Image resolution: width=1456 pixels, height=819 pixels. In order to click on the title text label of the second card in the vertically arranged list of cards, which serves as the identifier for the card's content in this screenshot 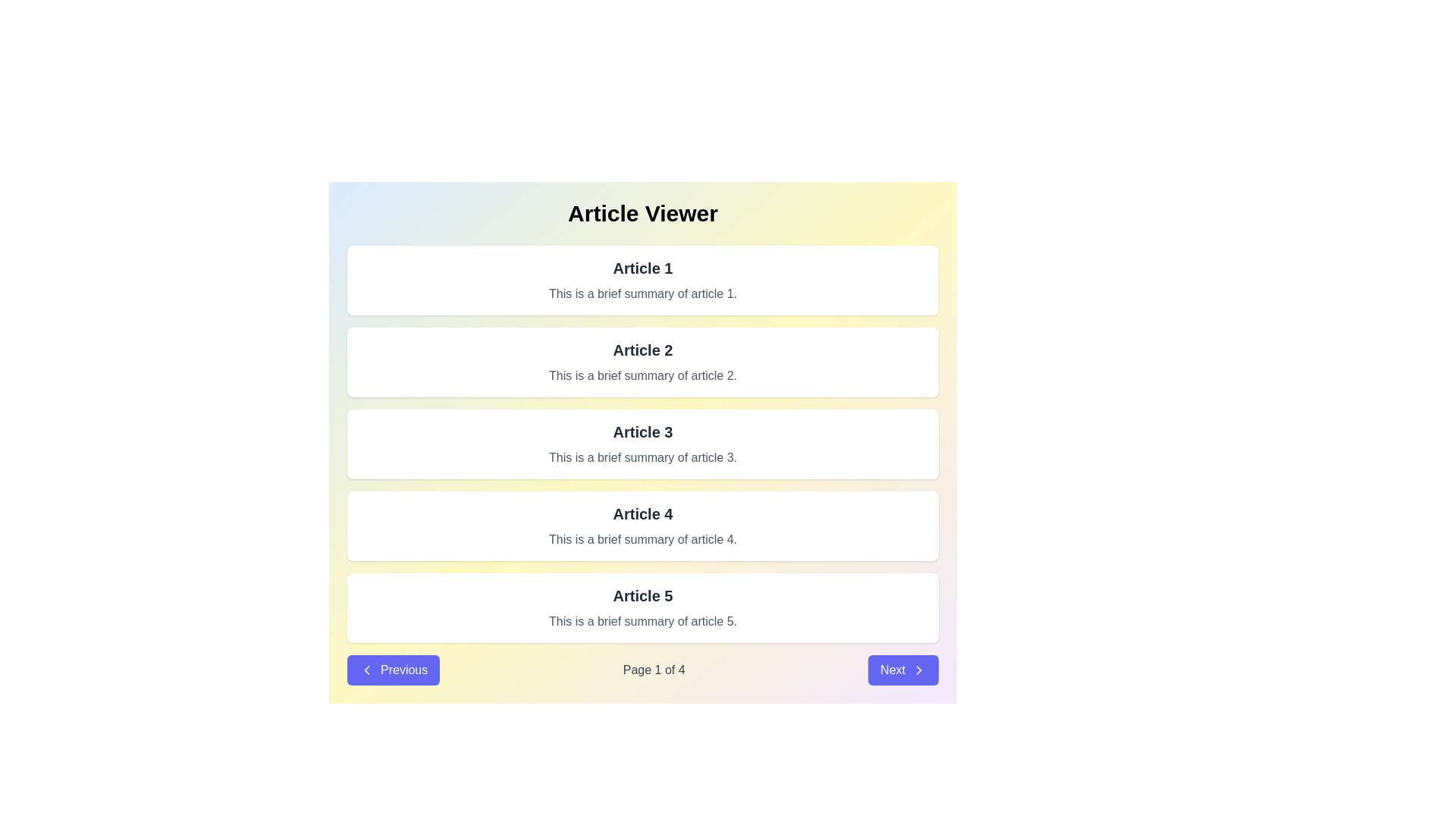, I will do `click(643, 350)`.